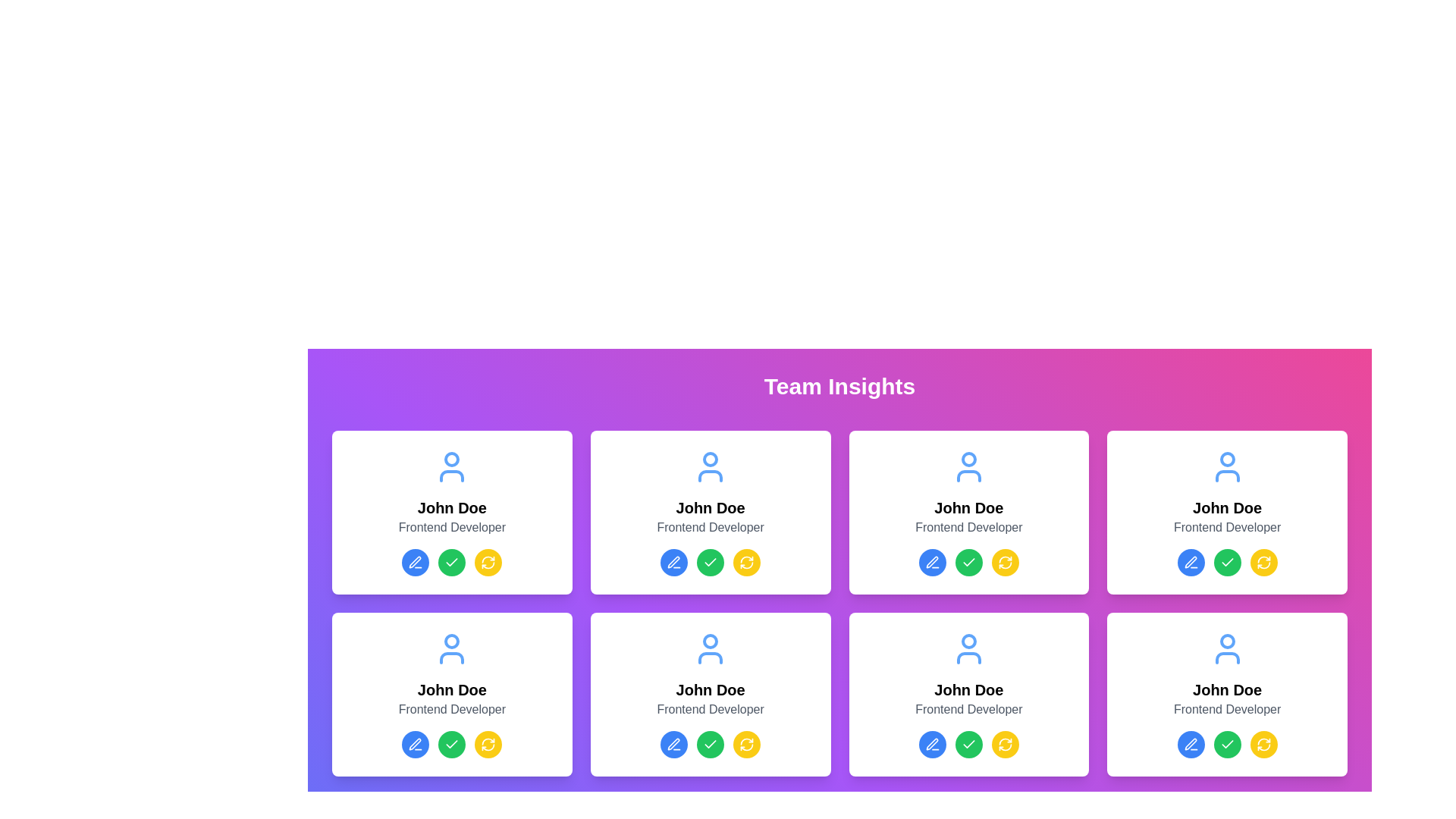 The width and height of the screenshot is (1456, 819). Describe the element at coordinates (1227, 710) in the screenshot. I see `the text label displaying 'Frontend Developer' in gray font, located below 'John Doe' in the last card of the second row` at that location.